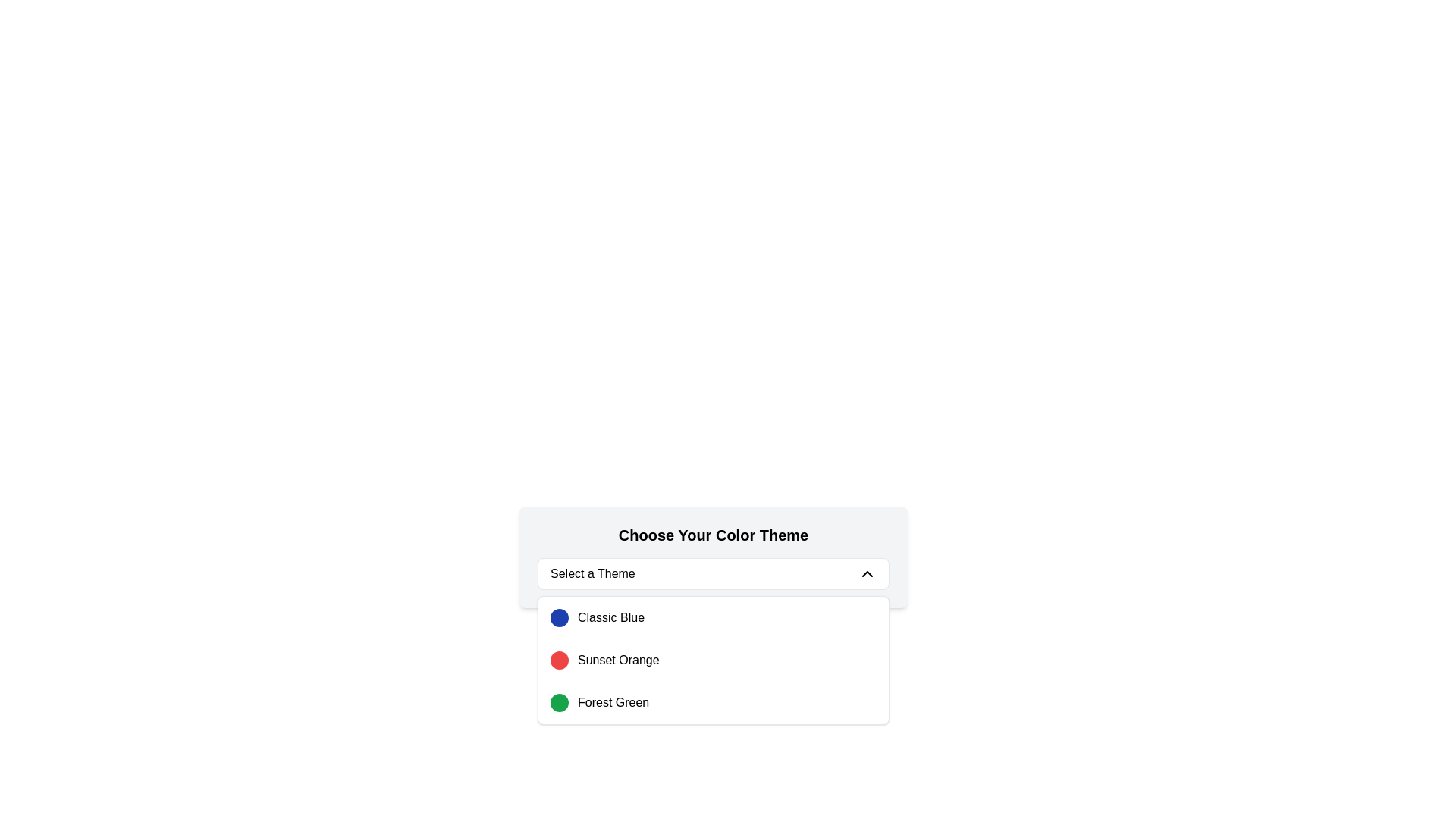 The height and width of the screenshot is (819, 1456). What do you see at coordinates (591, 573) in the screenshot?
I see `text displayed in the 'Select a Theme' label, which is in bold black font and centered within a white background area in the dropdown box` at bounding box center [591, 573].